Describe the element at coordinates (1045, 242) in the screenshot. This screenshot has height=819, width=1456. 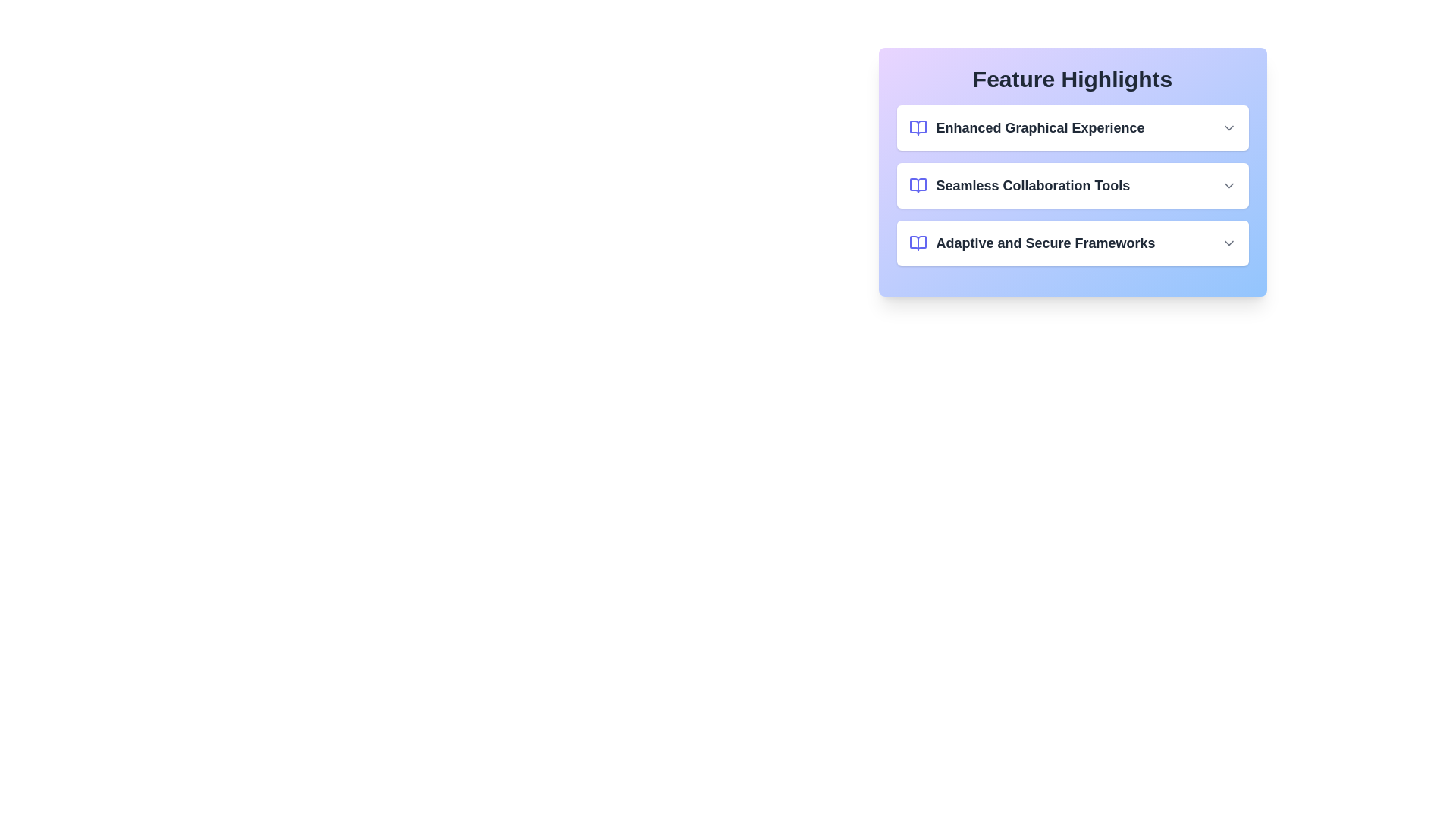
I see `the text element displaying 'Adaptive and Secure Frameworks'` at that location.